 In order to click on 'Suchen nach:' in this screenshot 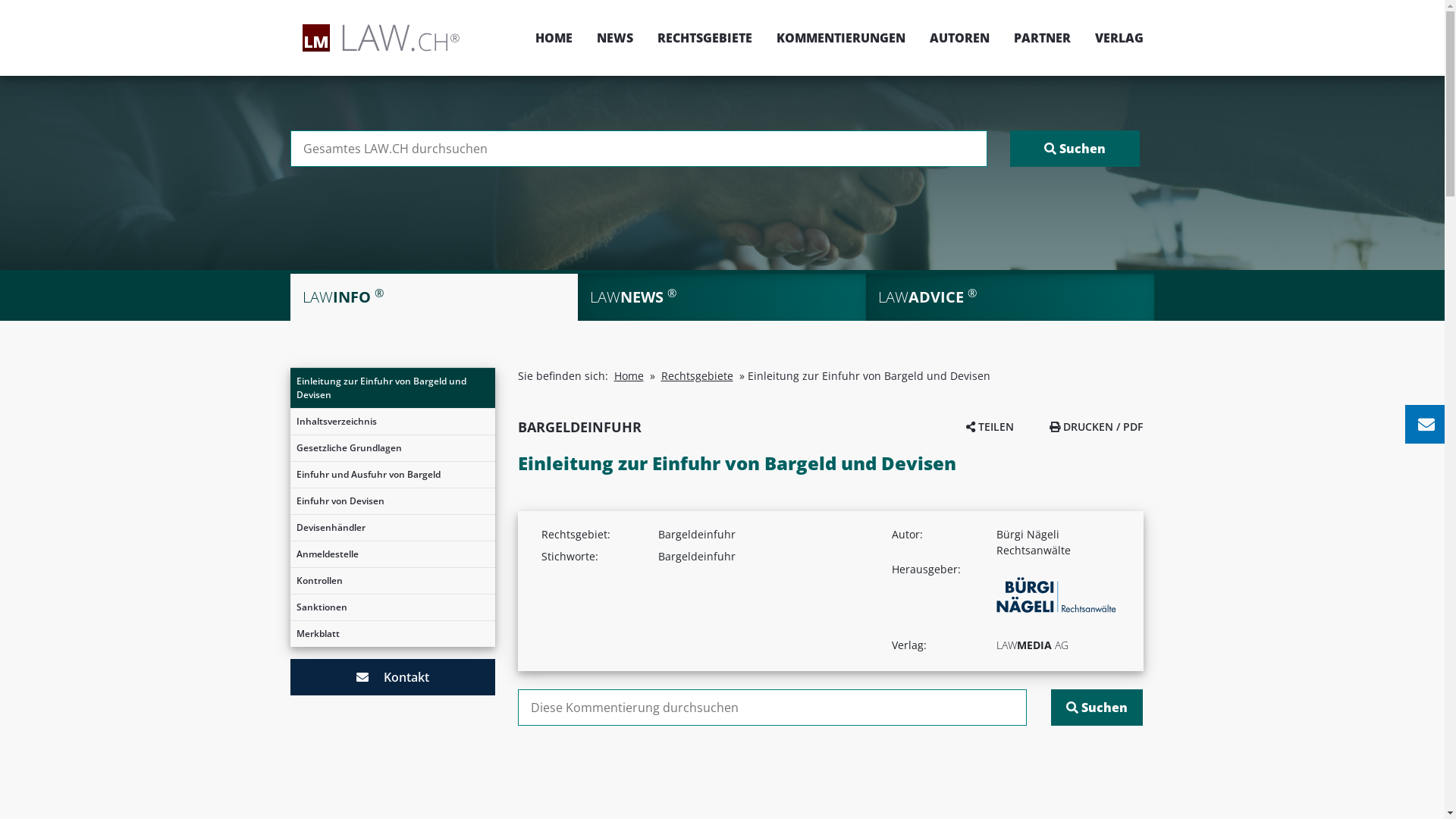, I will do `click(771, 708)`.